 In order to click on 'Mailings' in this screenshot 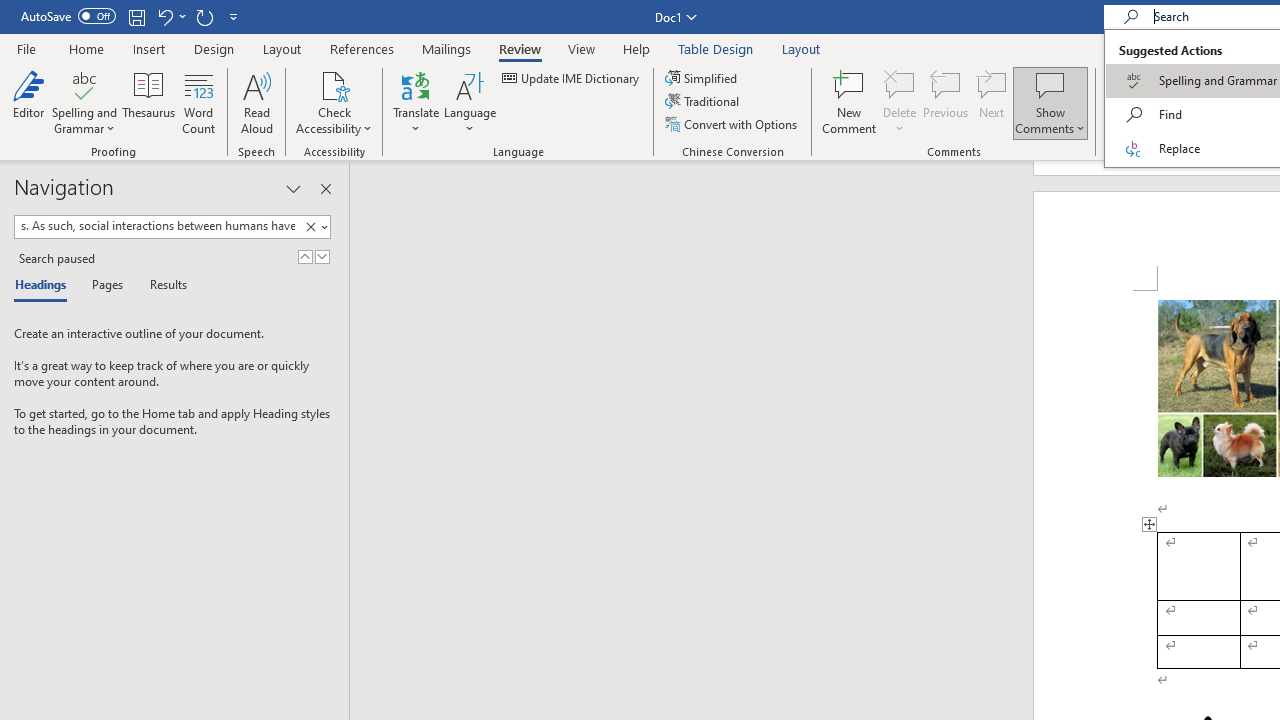, I will do `click(446, 48)`.